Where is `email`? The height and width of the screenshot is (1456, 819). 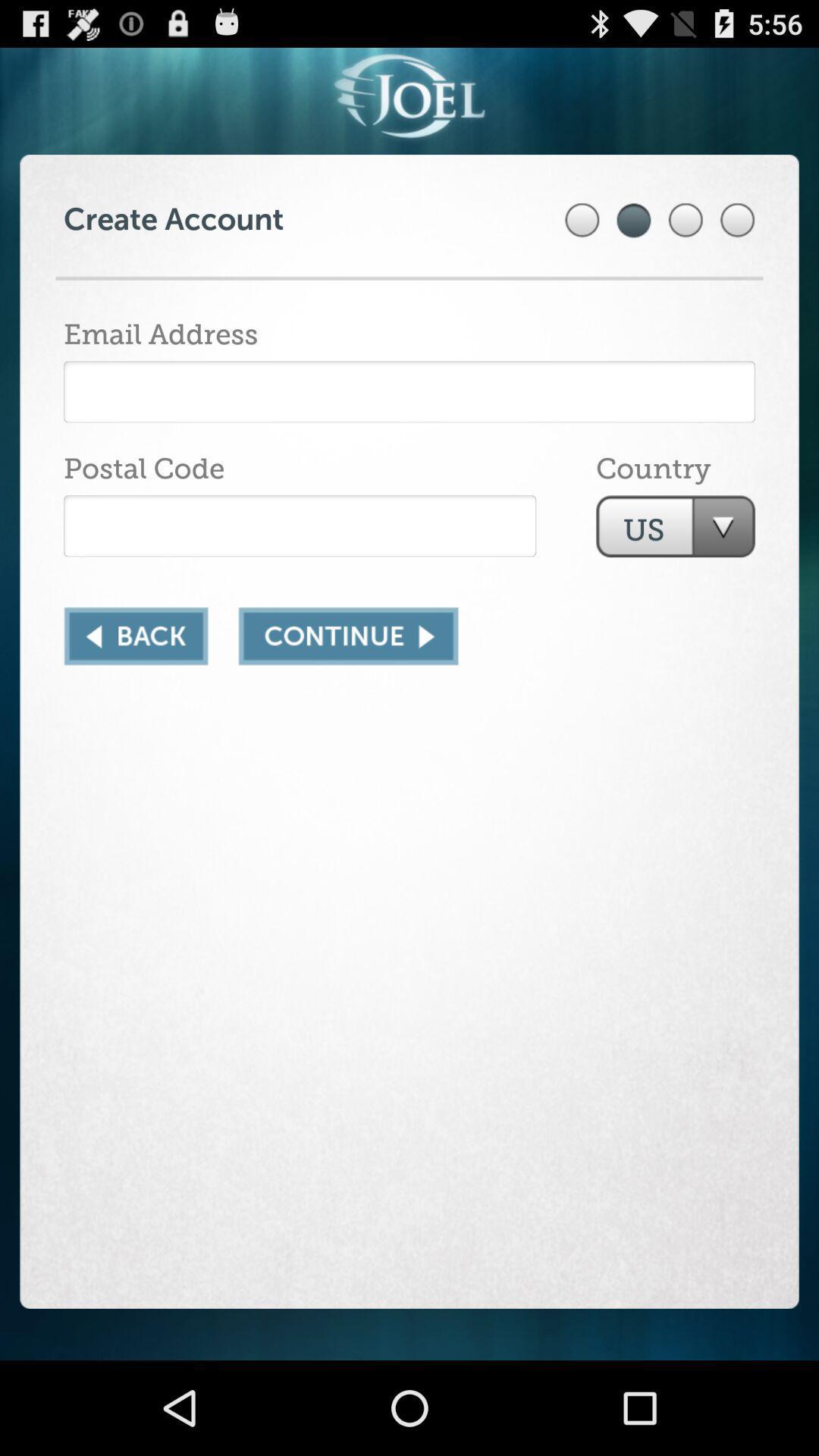
email is located at coordinates (409, 391).